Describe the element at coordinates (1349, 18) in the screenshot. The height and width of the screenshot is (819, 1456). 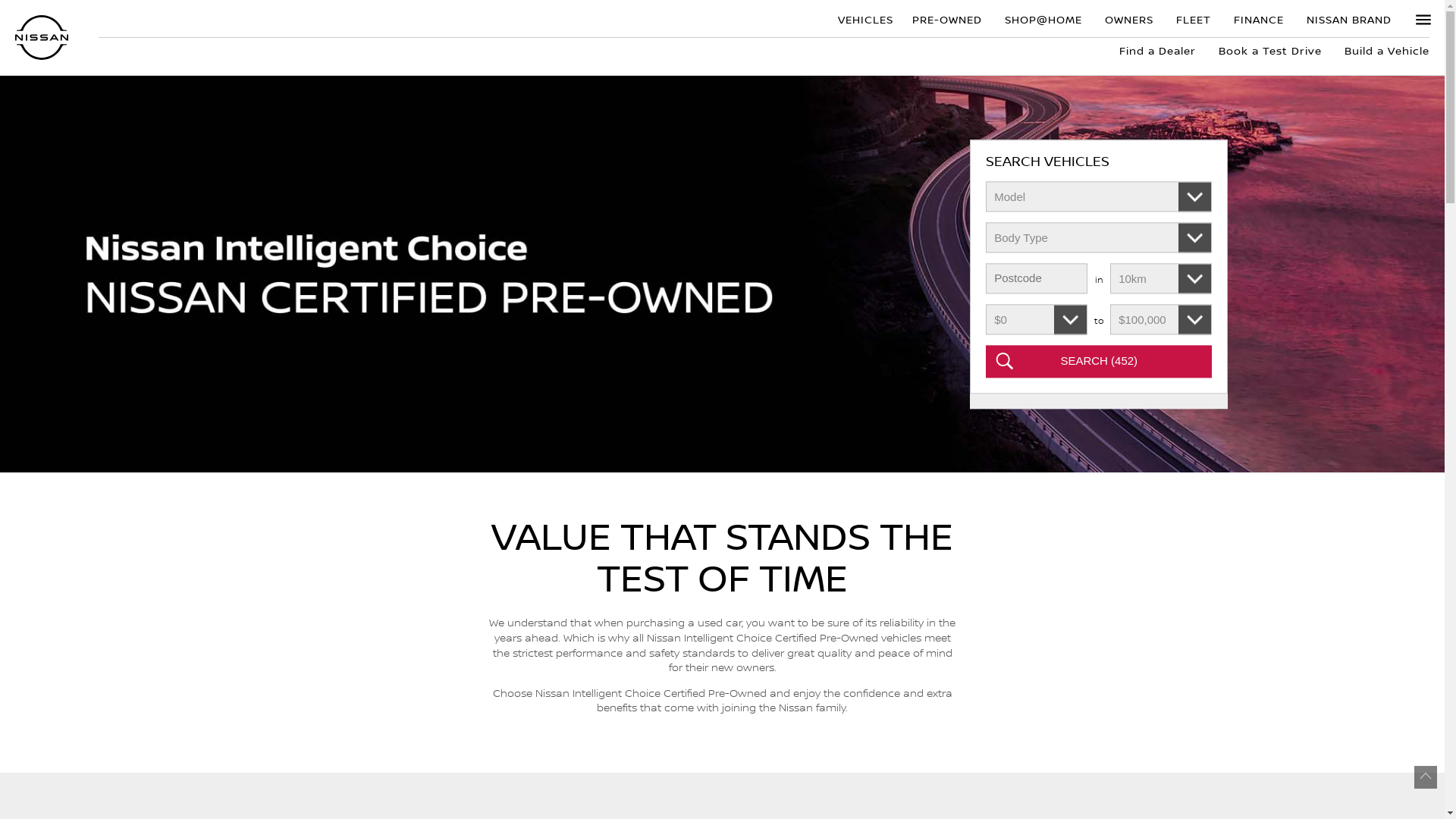
I see `'NISSAN BRAND'` at that location.